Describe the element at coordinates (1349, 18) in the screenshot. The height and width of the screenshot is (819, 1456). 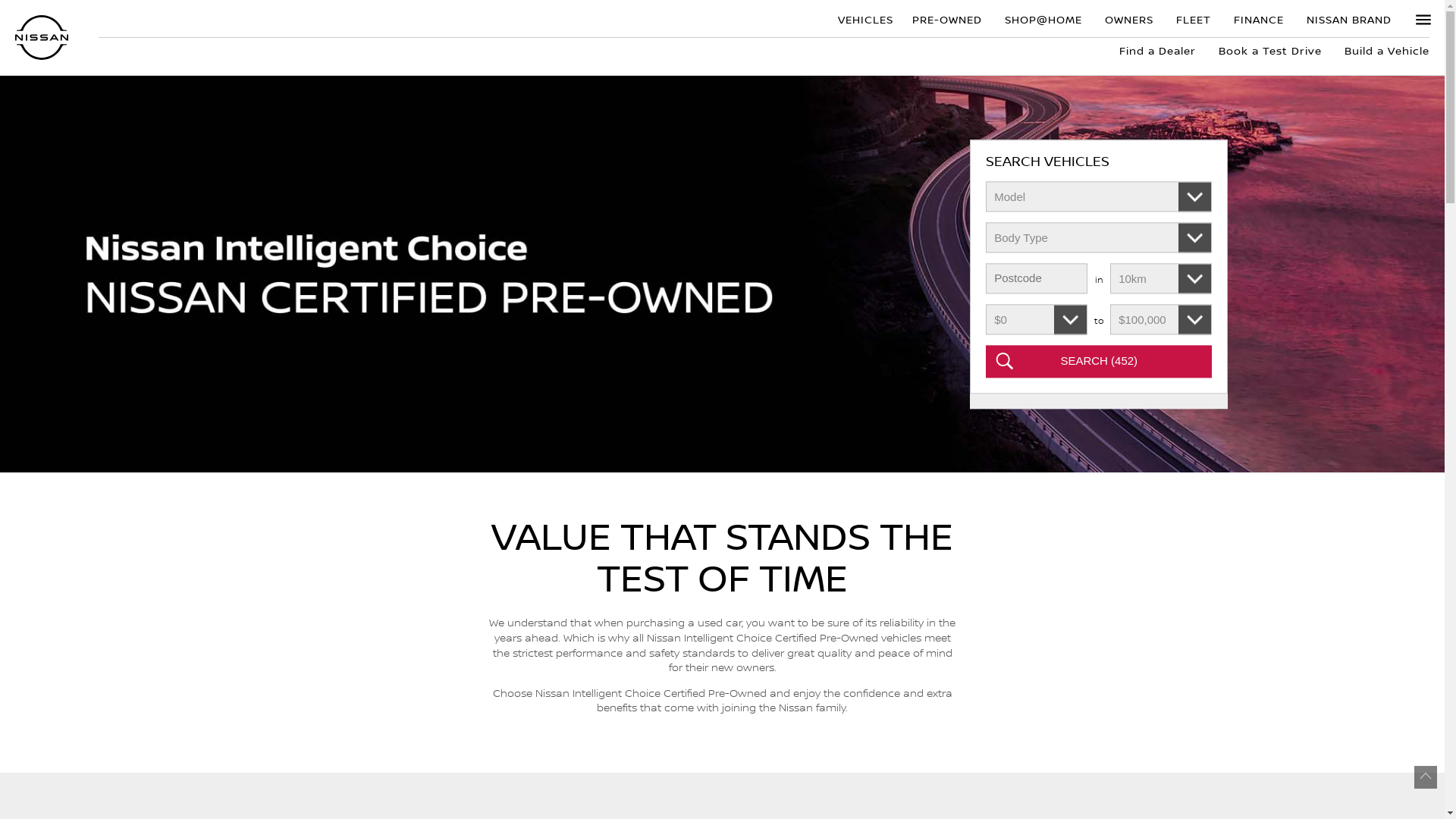
I see `'NISSAN BRAND'` at that location.